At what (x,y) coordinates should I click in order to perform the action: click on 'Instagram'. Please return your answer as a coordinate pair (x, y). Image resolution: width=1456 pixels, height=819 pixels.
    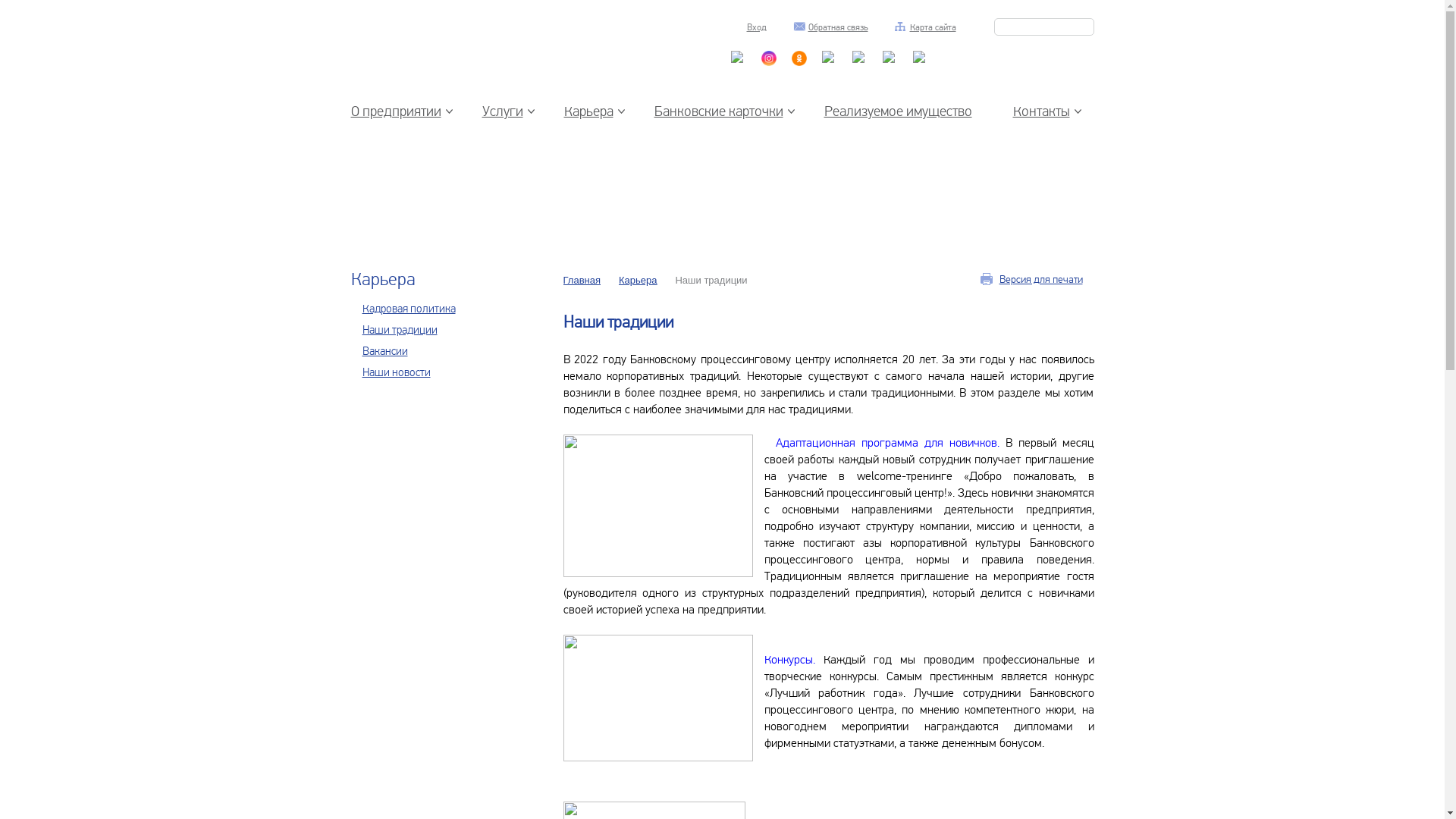
    Looking at the image, I should click on (768, 61).